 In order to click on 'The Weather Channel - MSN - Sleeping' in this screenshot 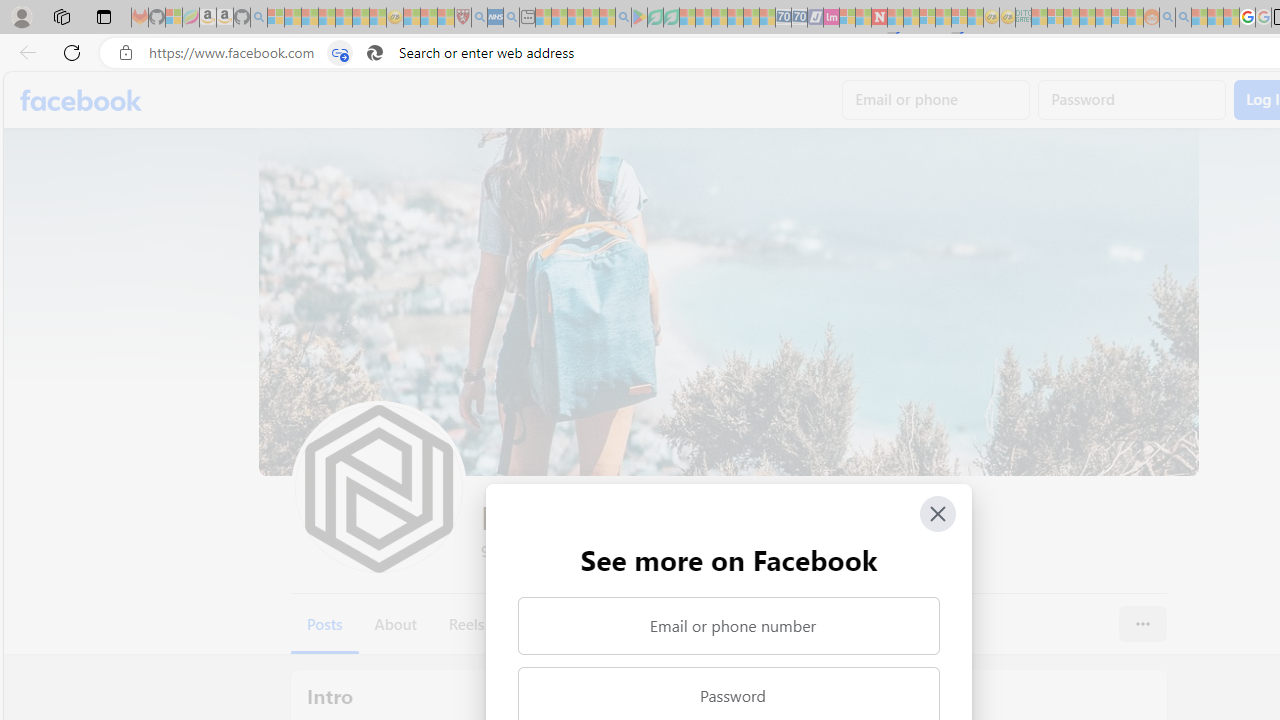, I will do `click(308, 17)`.